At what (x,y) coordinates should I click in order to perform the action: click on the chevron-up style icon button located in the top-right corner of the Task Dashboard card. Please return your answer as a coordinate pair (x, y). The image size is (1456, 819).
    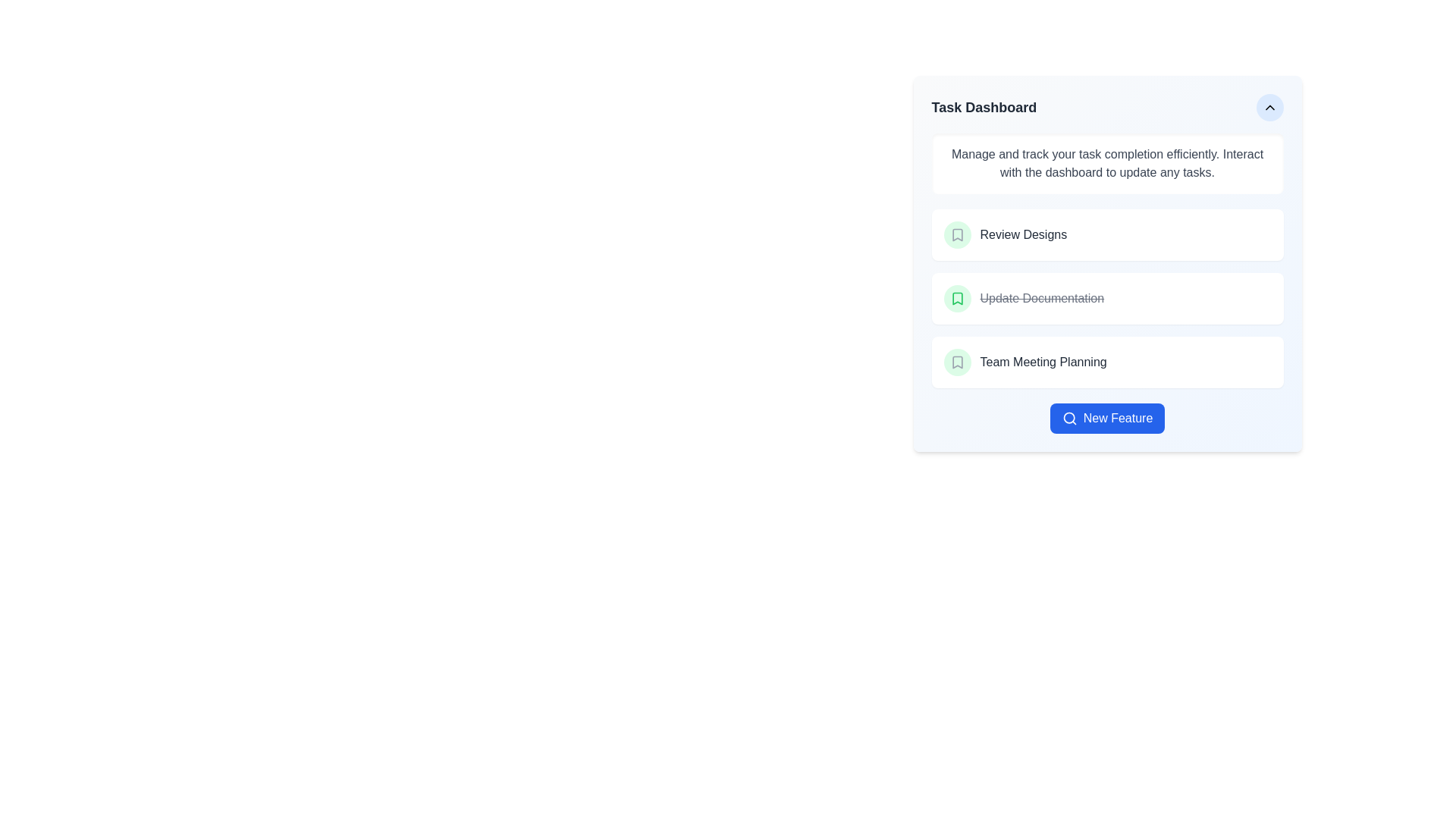
    Looking at the image, I should click on (1269, 107).